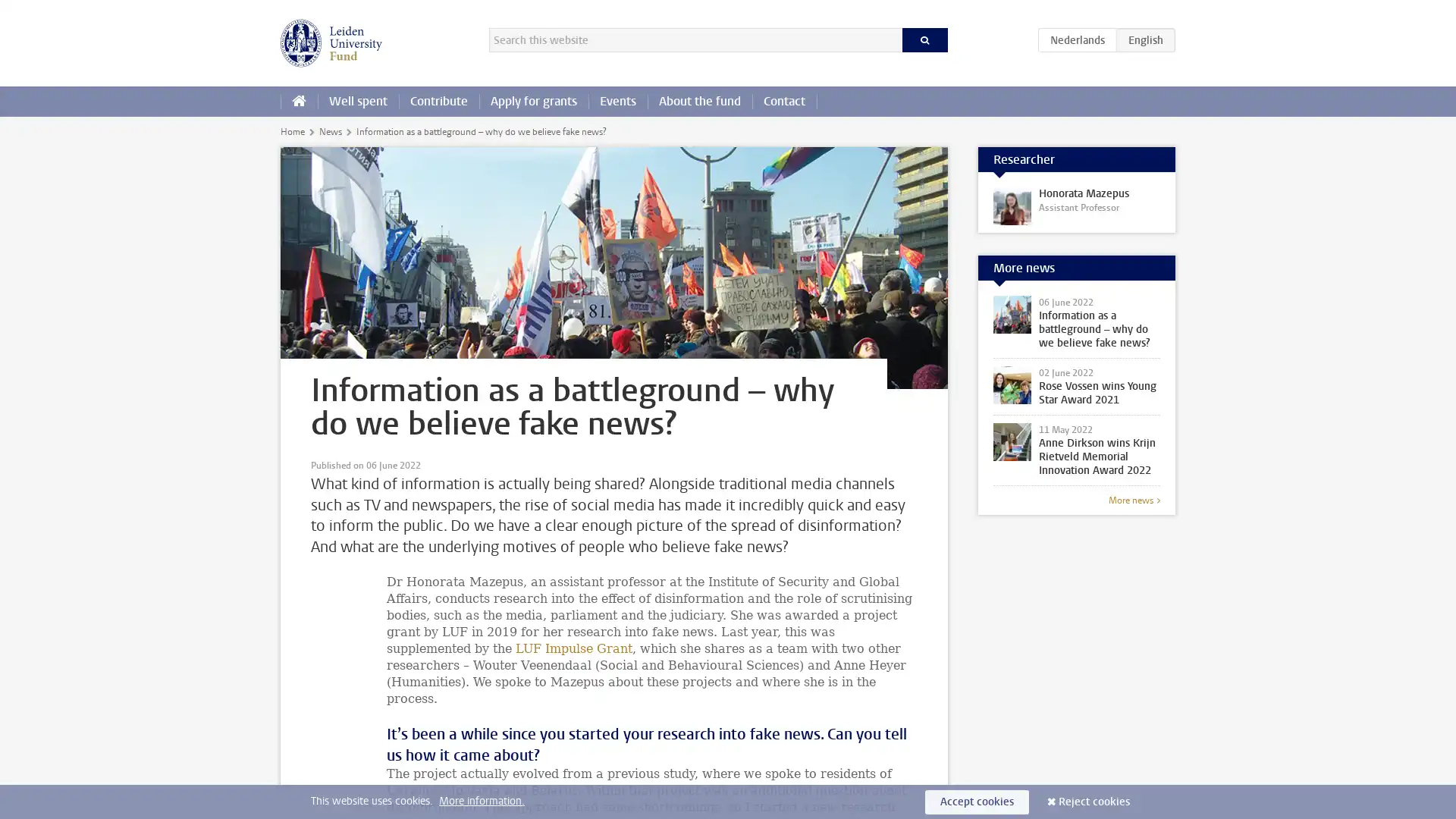 Image resolution: width=1456 pixels, height=819 pixels. I want to click on Accept cookies, so click(977, 801).